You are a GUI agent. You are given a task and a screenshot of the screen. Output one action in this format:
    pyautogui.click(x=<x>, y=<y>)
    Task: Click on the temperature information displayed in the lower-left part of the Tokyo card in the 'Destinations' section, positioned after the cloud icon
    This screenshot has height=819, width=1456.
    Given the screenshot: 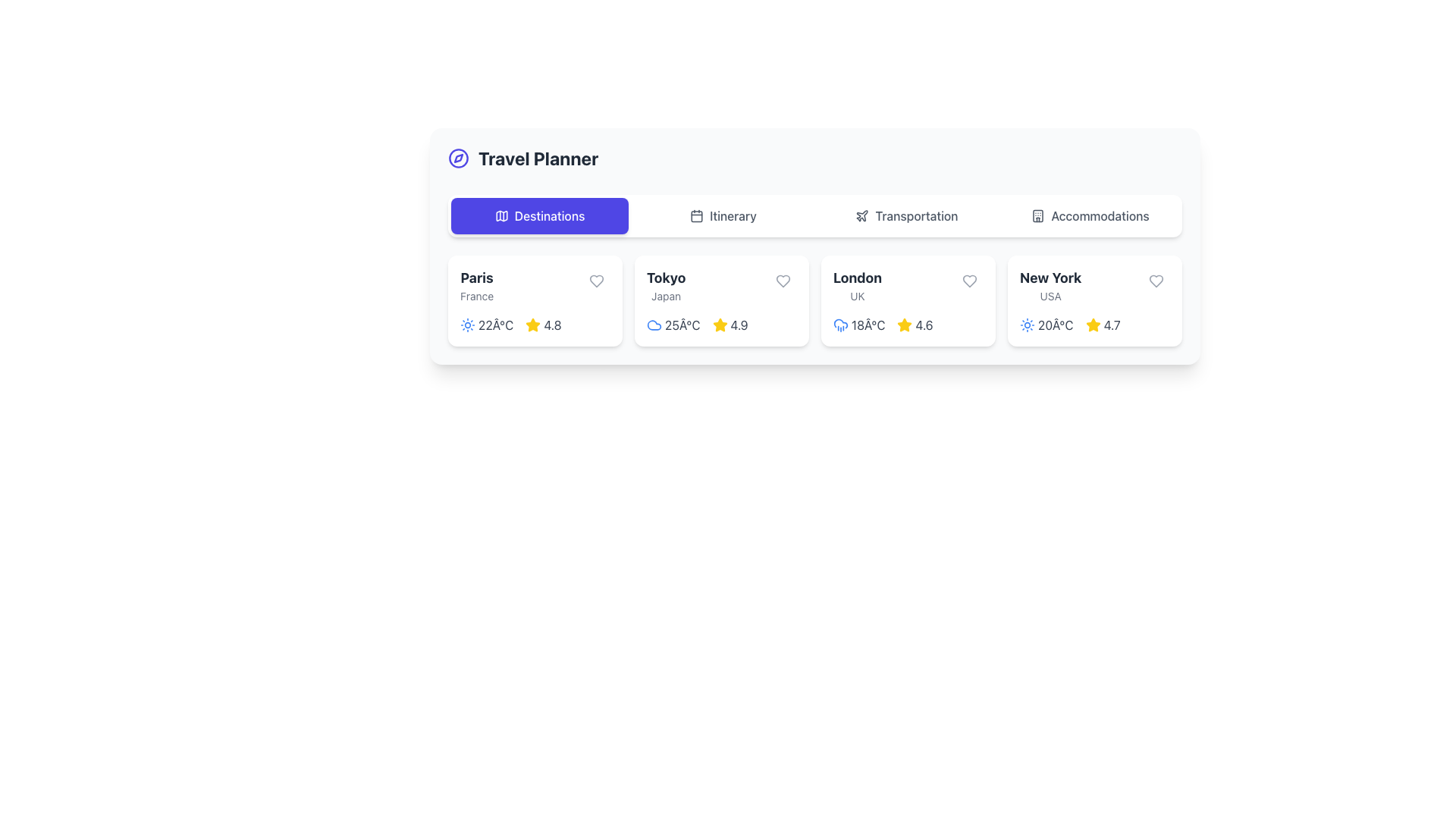 What is the action you would take?
    pyautogui.click(x=673, y=324)
    